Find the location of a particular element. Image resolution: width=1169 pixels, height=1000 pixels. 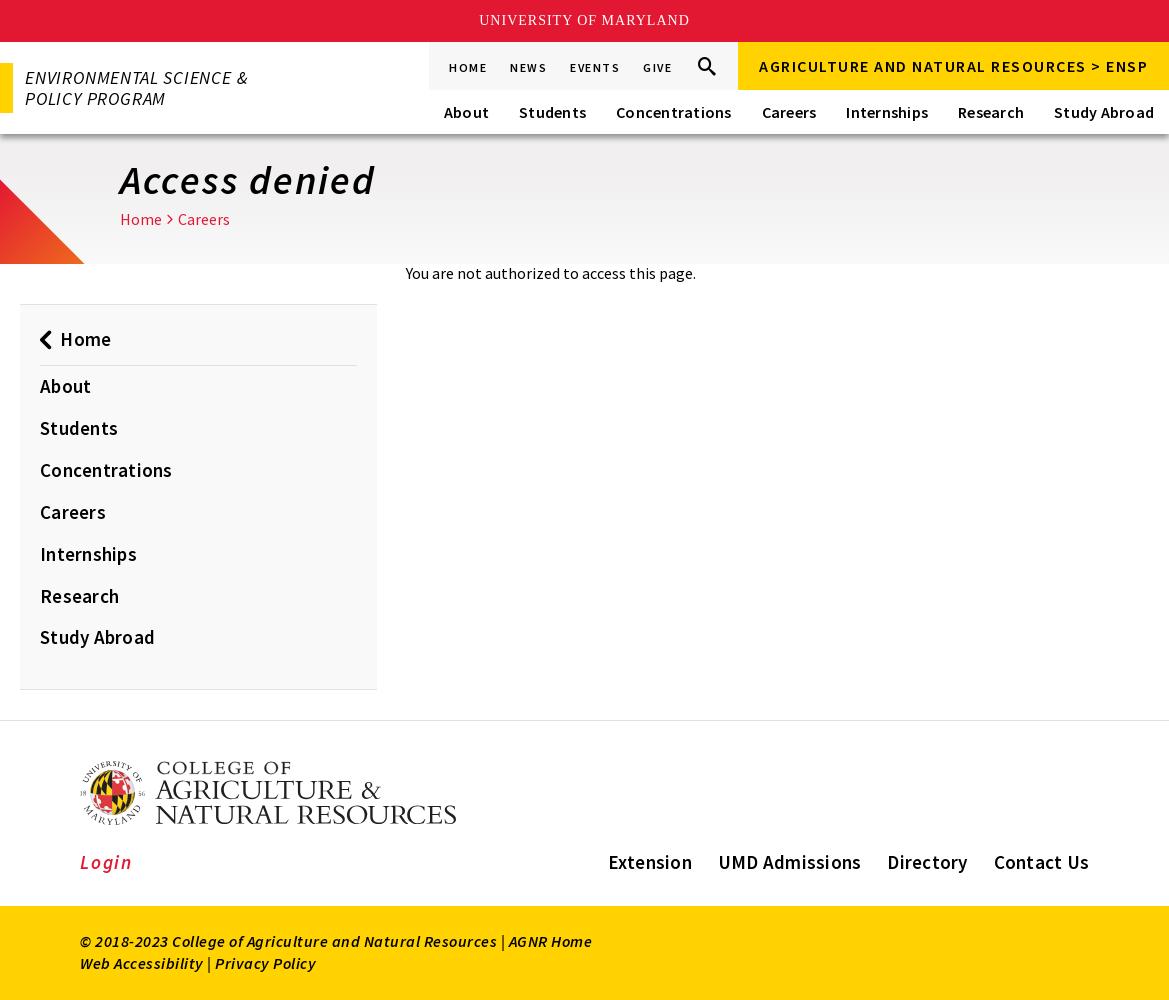

'You are not authorized to access this page.' is located at coordinates (550, 273).